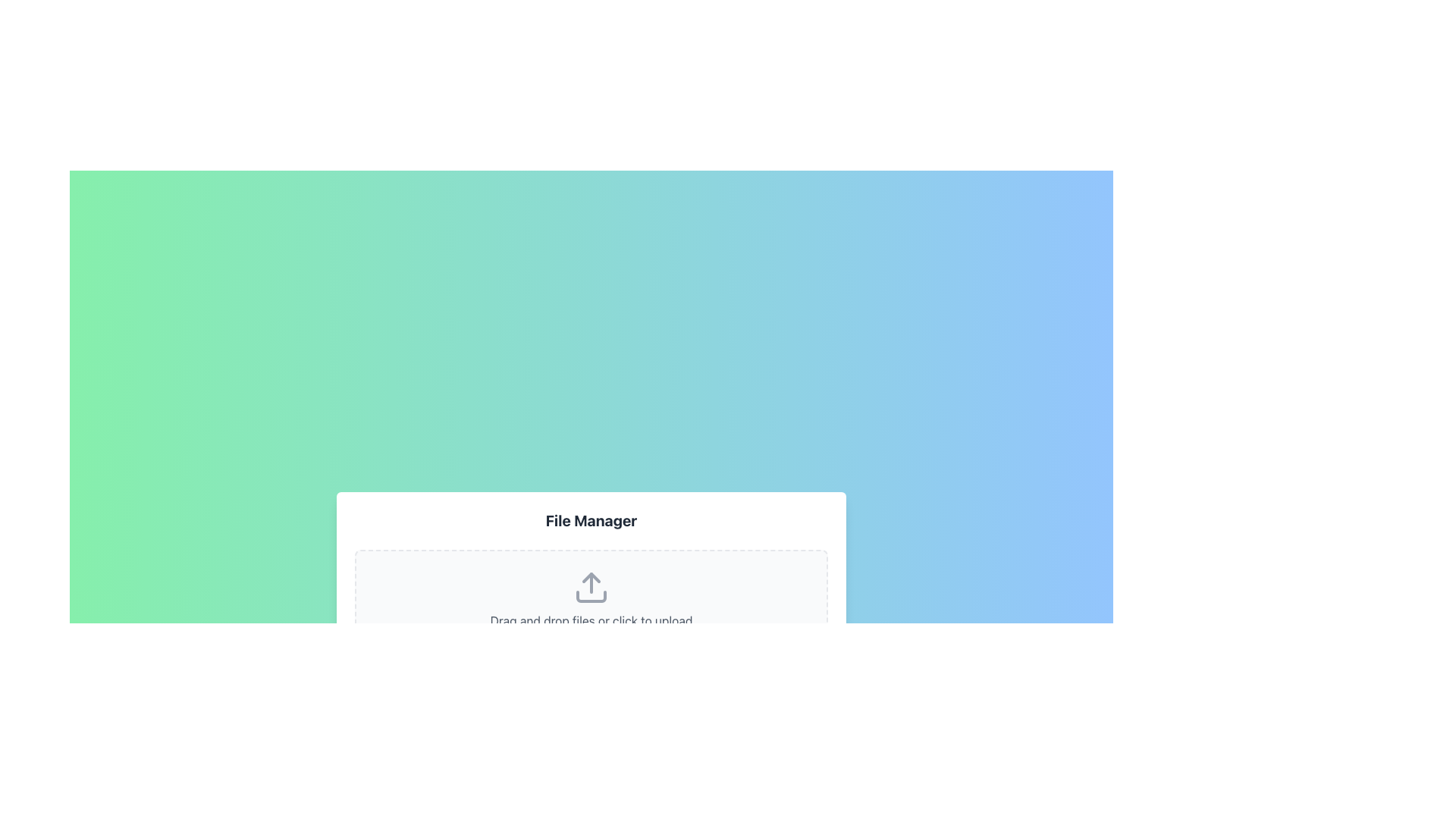  Describe the element at coordinates (590, 587) in the screenshot. I see `the upload icon, which is a gray arrow pointing upwards within a dashed border, indicating file upload functionality` at that location.